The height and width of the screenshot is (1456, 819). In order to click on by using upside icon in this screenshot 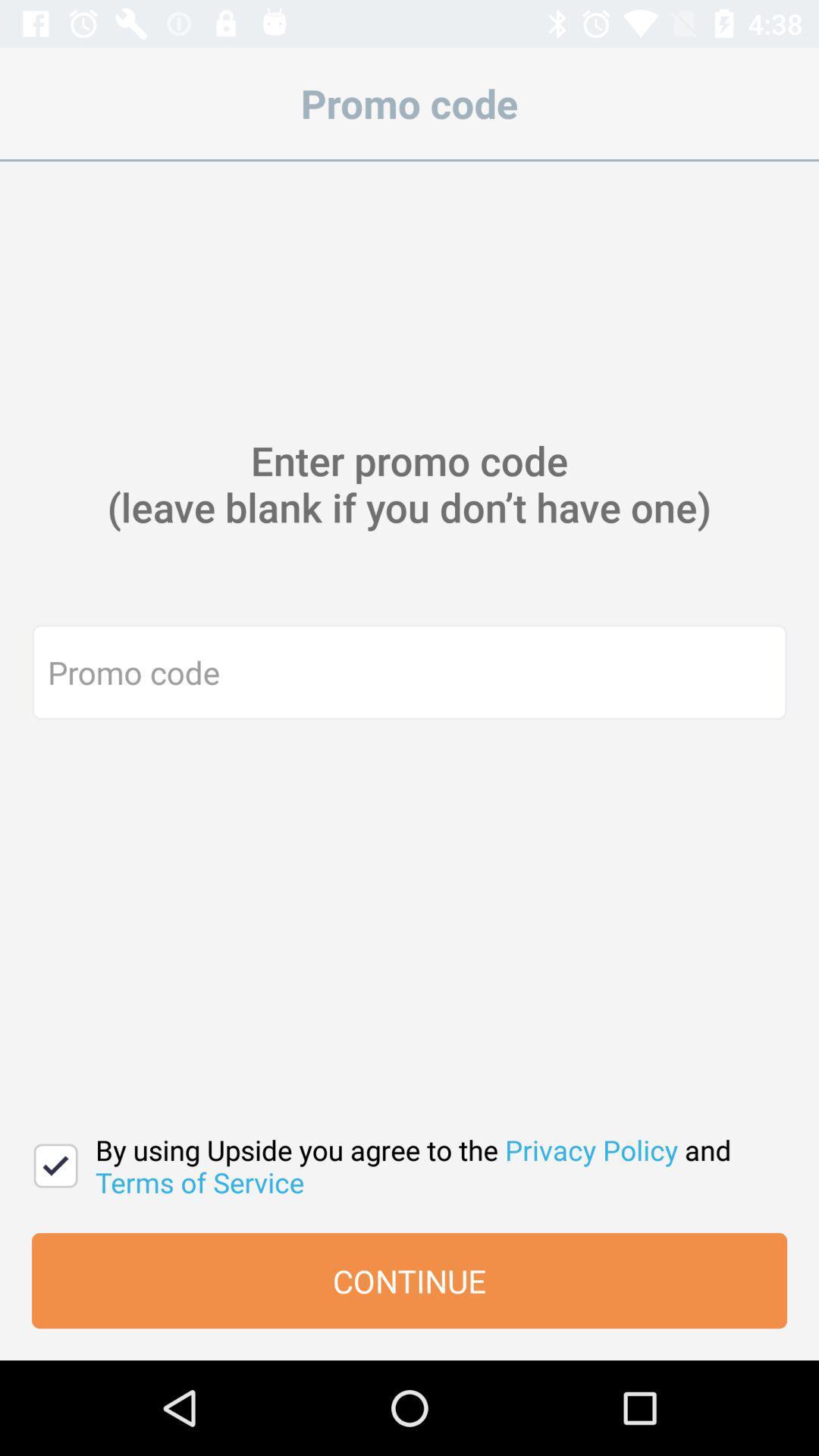, I will do `click(433, 1165)`.